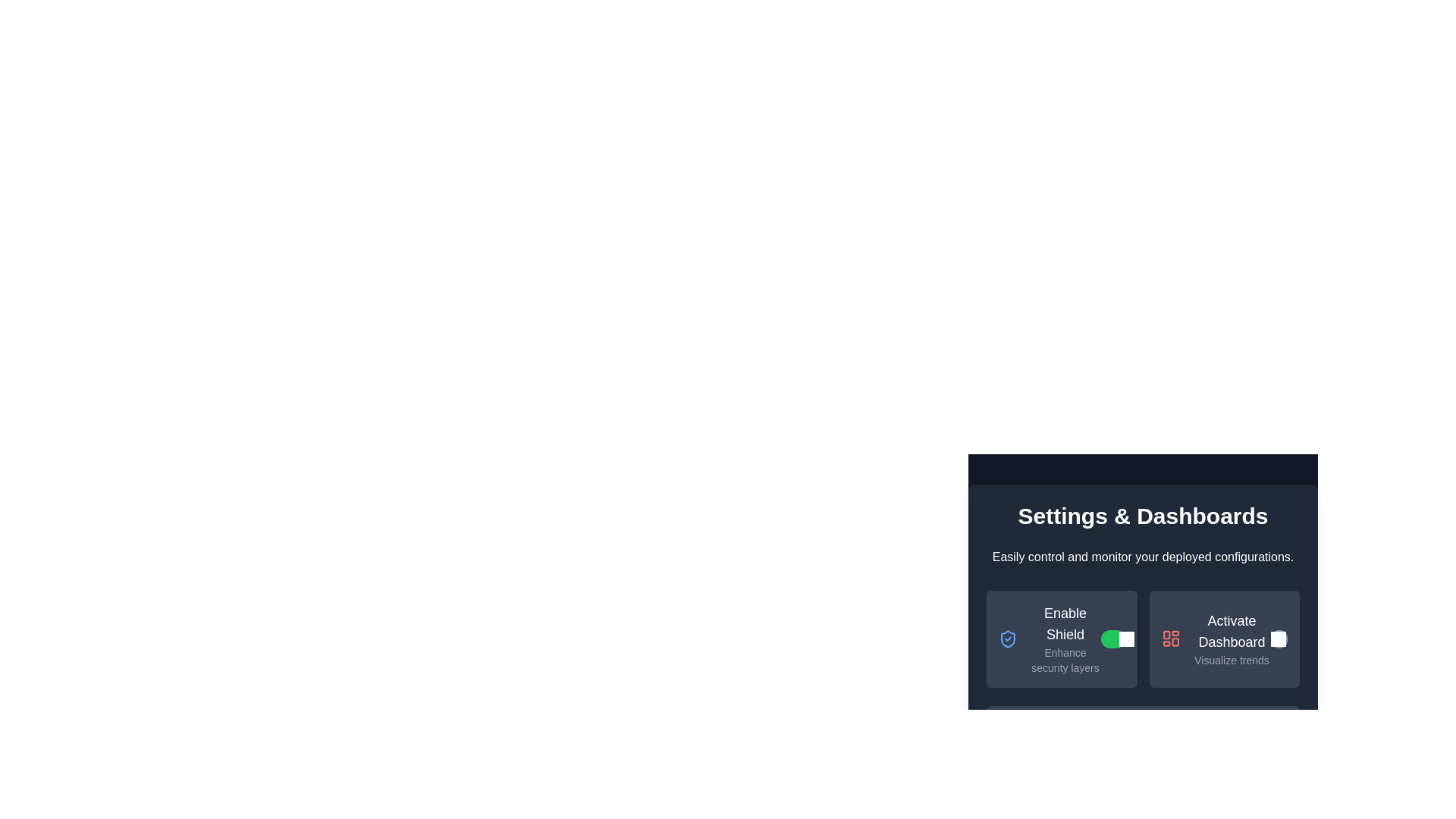 This screenshot has height=819, width=1456. Describe the element at coordinates (1065, 623) in the screenshot. I see `the static text element that serves as a title or label for the 'Enable Shield' feature, located in the upper left corner of its section, adjacent to a green toggle switch` at that location.